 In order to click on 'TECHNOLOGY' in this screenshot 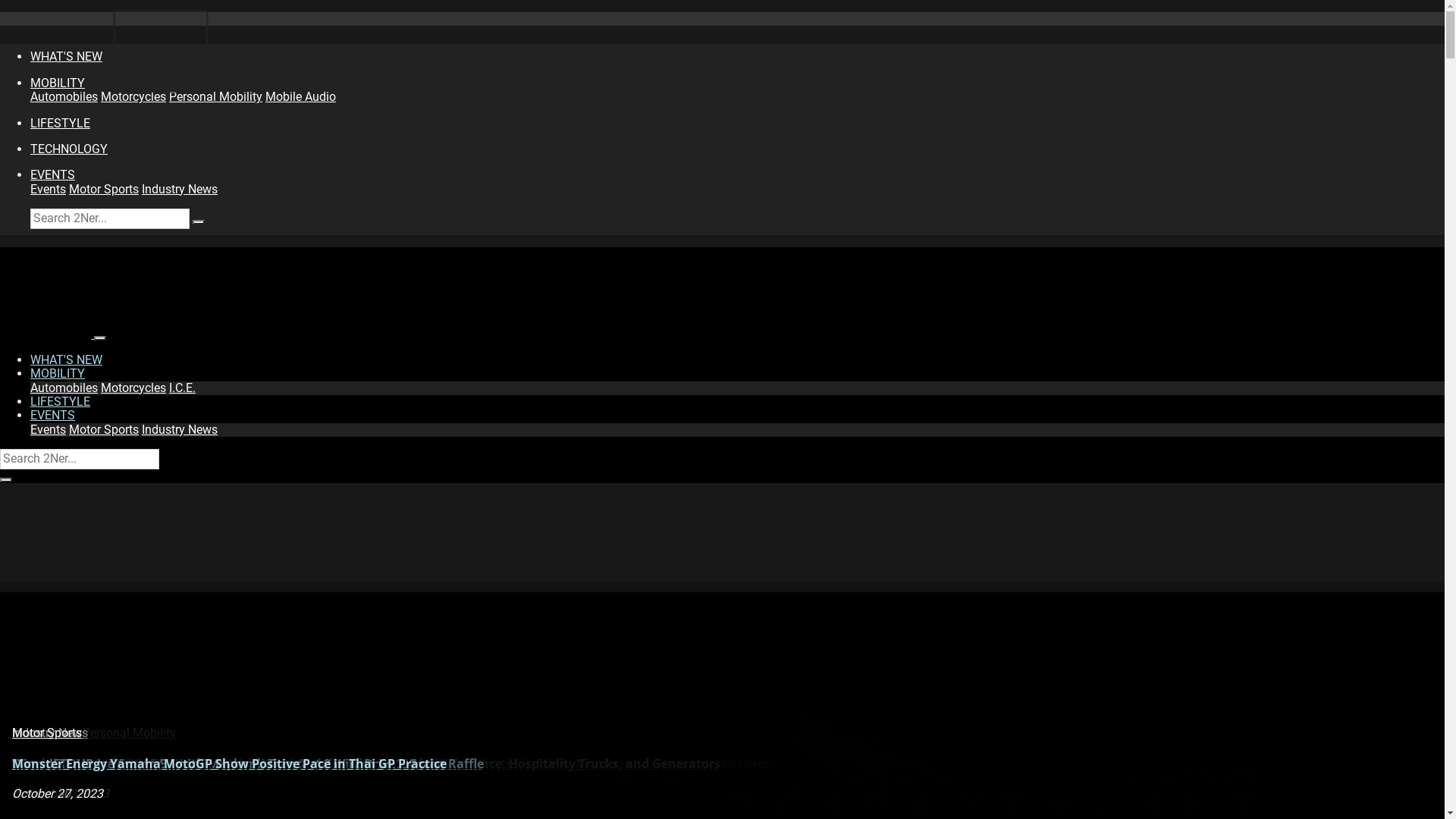, I will do `click(30, 149)`.